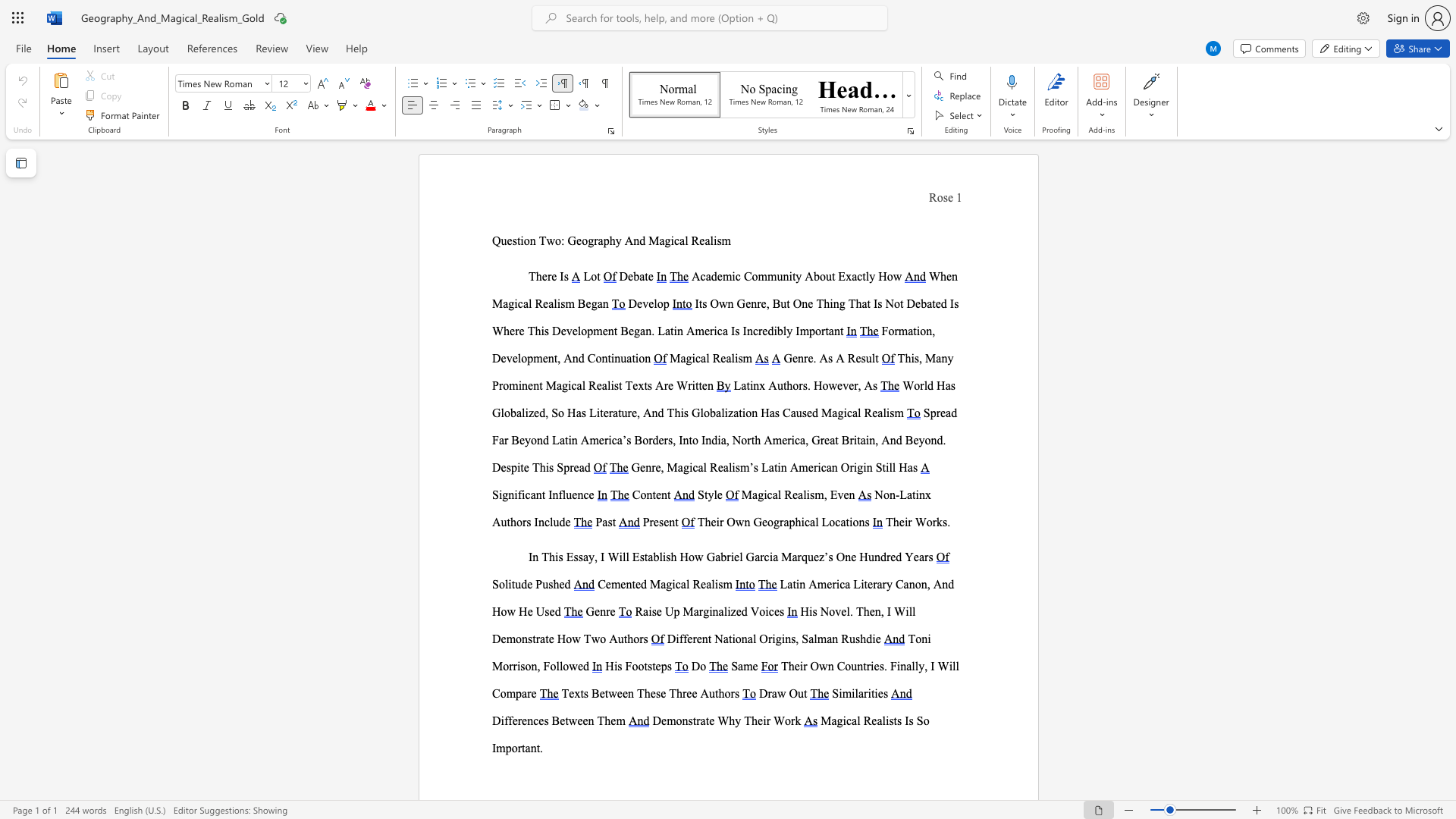 The width and height of the screenshot is (1456, 819). I want to click on the subset text "ly Importa" within the text "Its Own Genre, But One Thing That Is Not Debated Is Where This Development Began. Latin America Is Incredibly Important", so click(783, 330).